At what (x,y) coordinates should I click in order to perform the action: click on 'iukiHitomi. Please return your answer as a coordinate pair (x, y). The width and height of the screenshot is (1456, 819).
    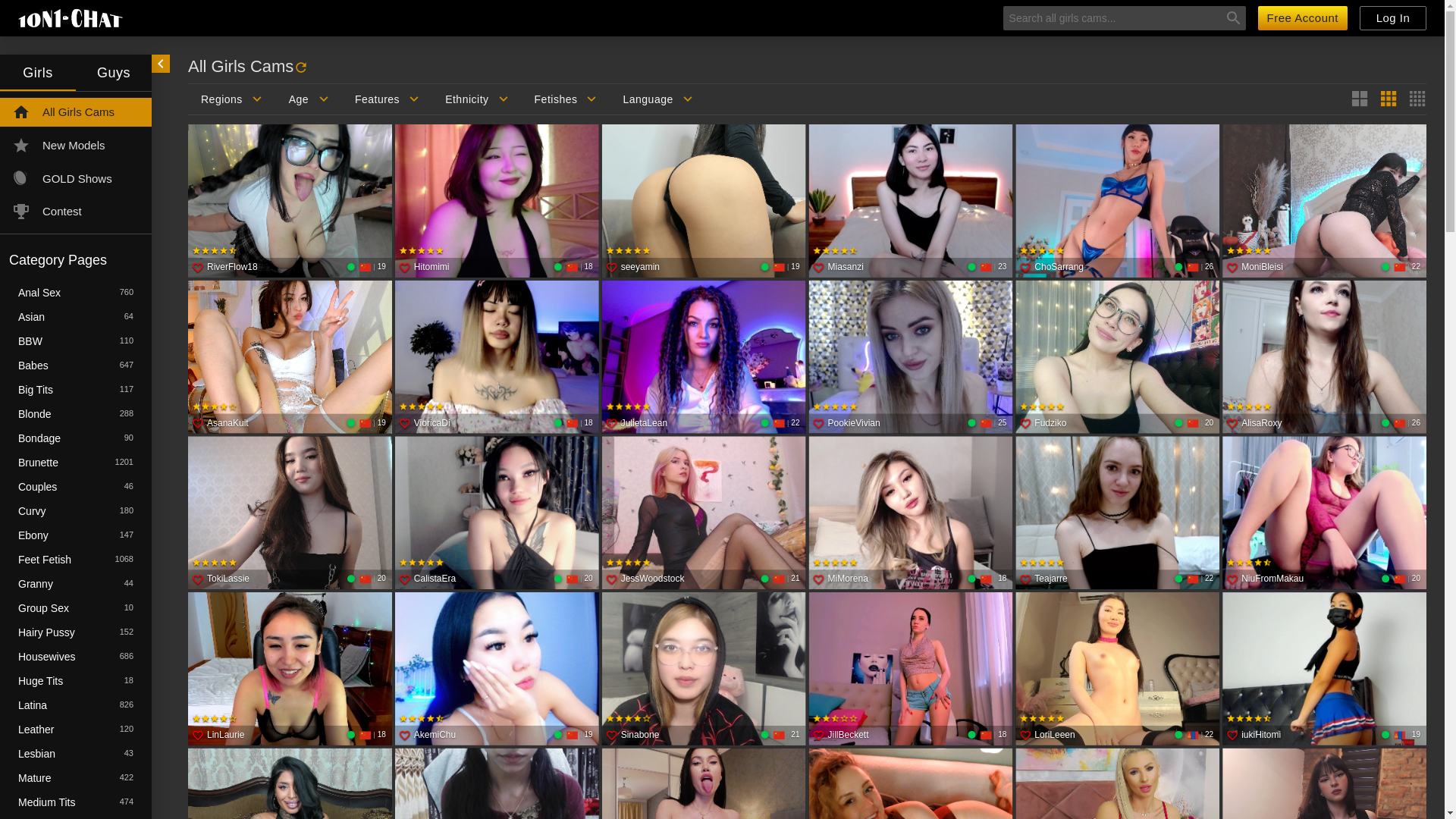
    Looking at the image, I should click on (1323, 669).